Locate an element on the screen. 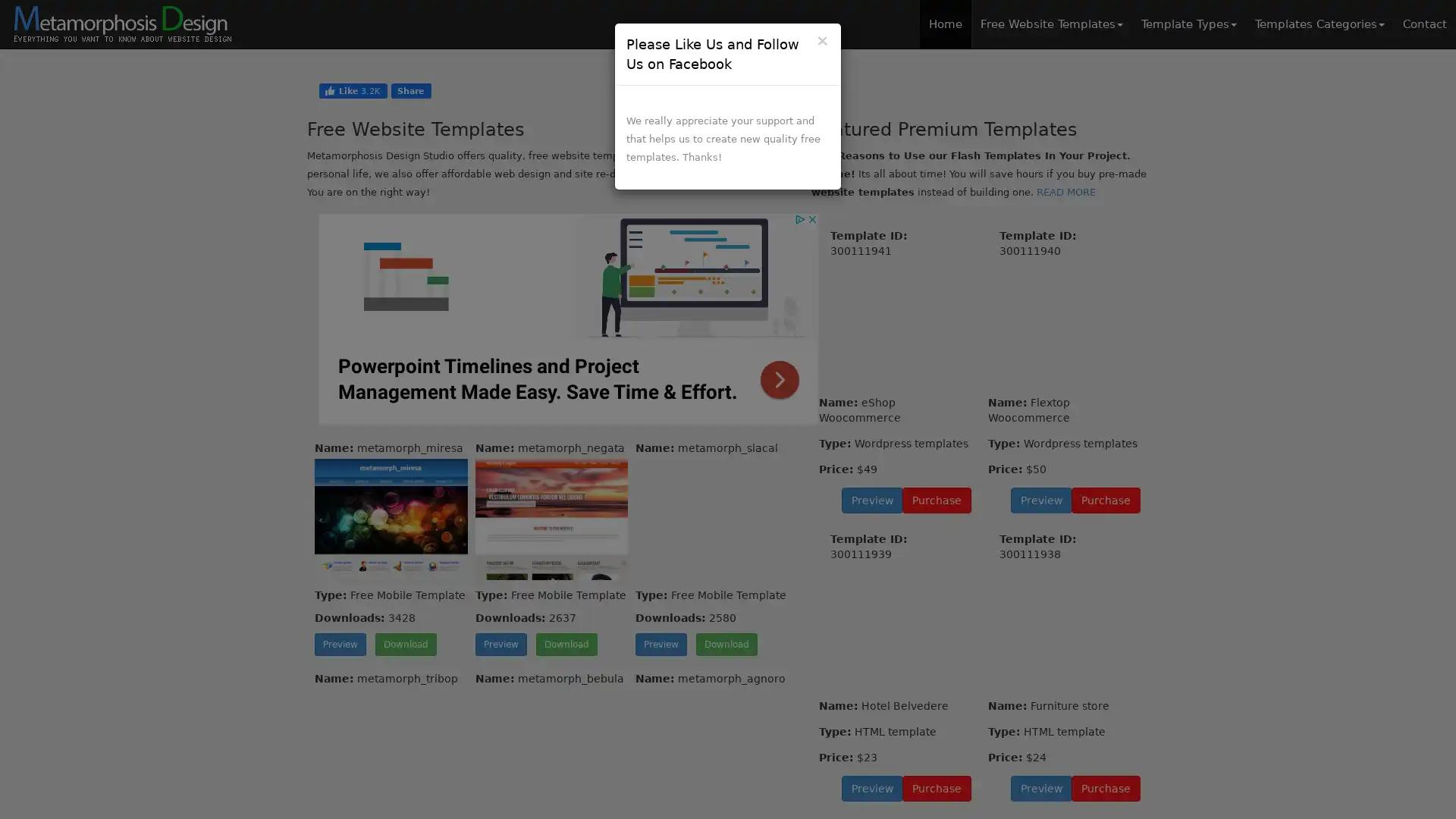 This screenshot has height=819, width=1456. Purchase is located at coordinates (936, 500).